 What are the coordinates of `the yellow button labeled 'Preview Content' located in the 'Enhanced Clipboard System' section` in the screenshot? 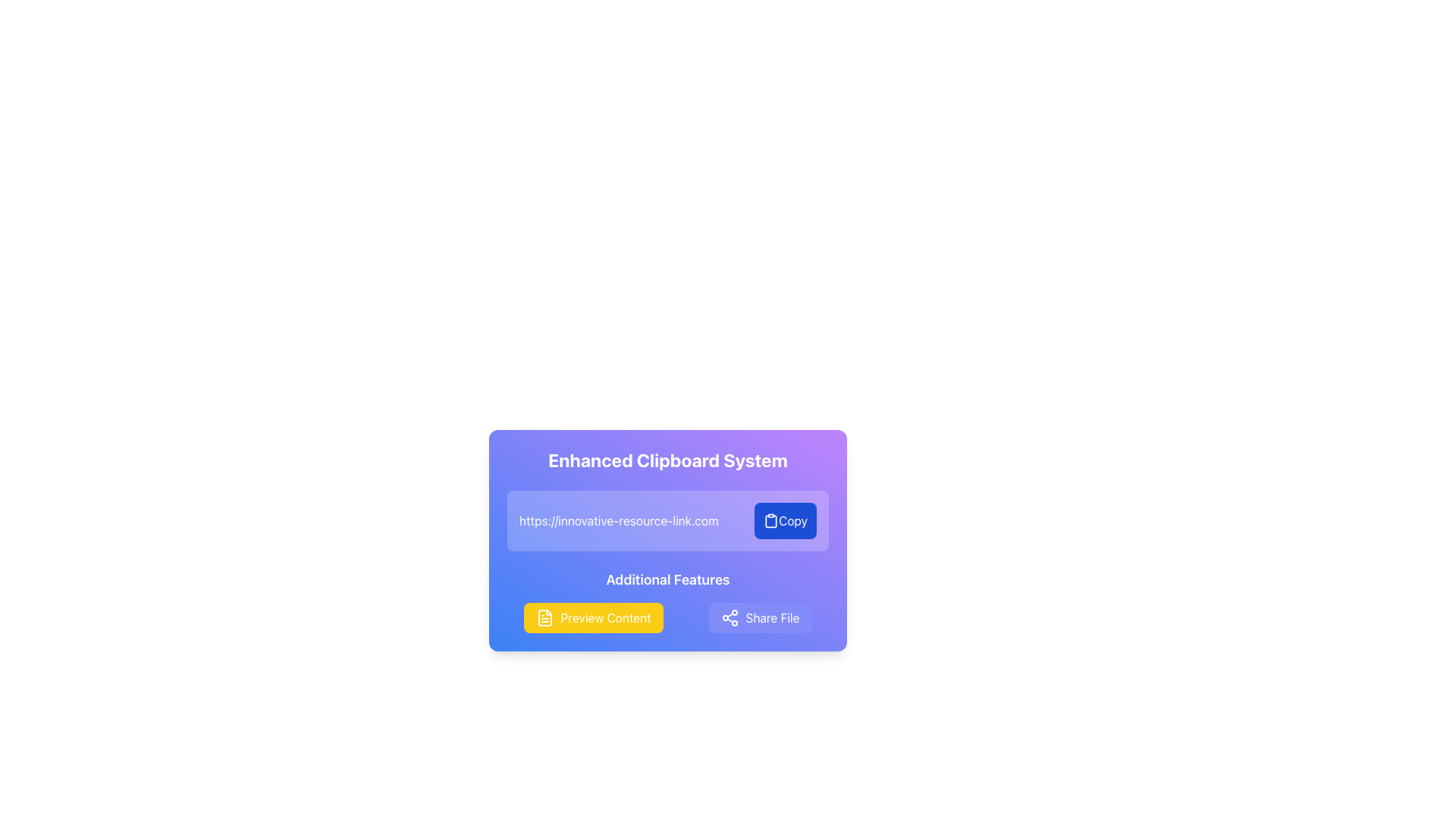 It's located at (592, 617).